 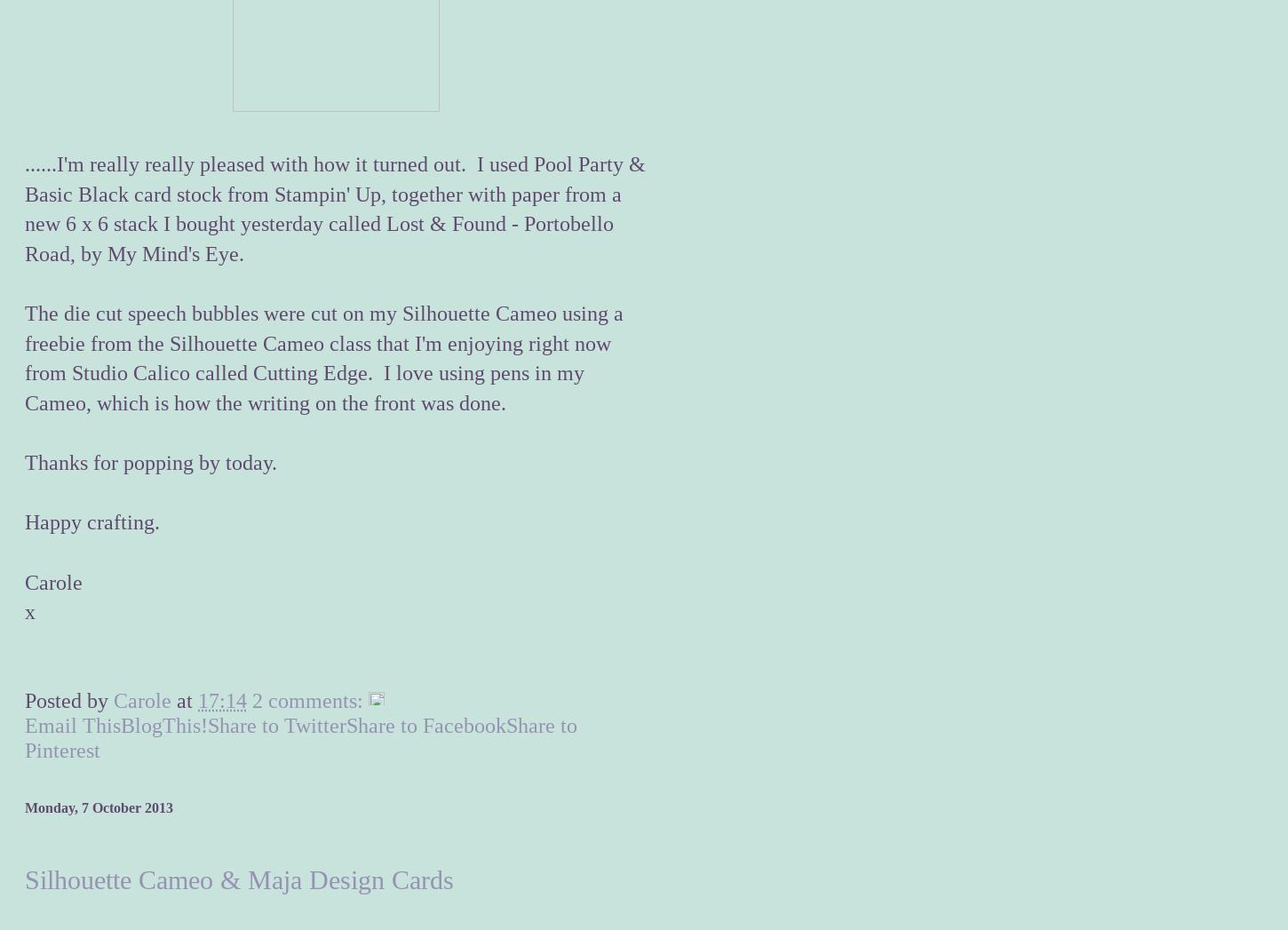 What do you see at coordinates (24, 357) in the screenshot?
I see `'The die cut speech bubbles were cut on my Silhouette Cameo using a freebie from the Silhouette Cameo class that I'm enjoying right now from Studio Calico called Cutting Edge.  I love using pens in my Cameo, which is how the writing on the front was done.'` at bounding box center [24, 357].